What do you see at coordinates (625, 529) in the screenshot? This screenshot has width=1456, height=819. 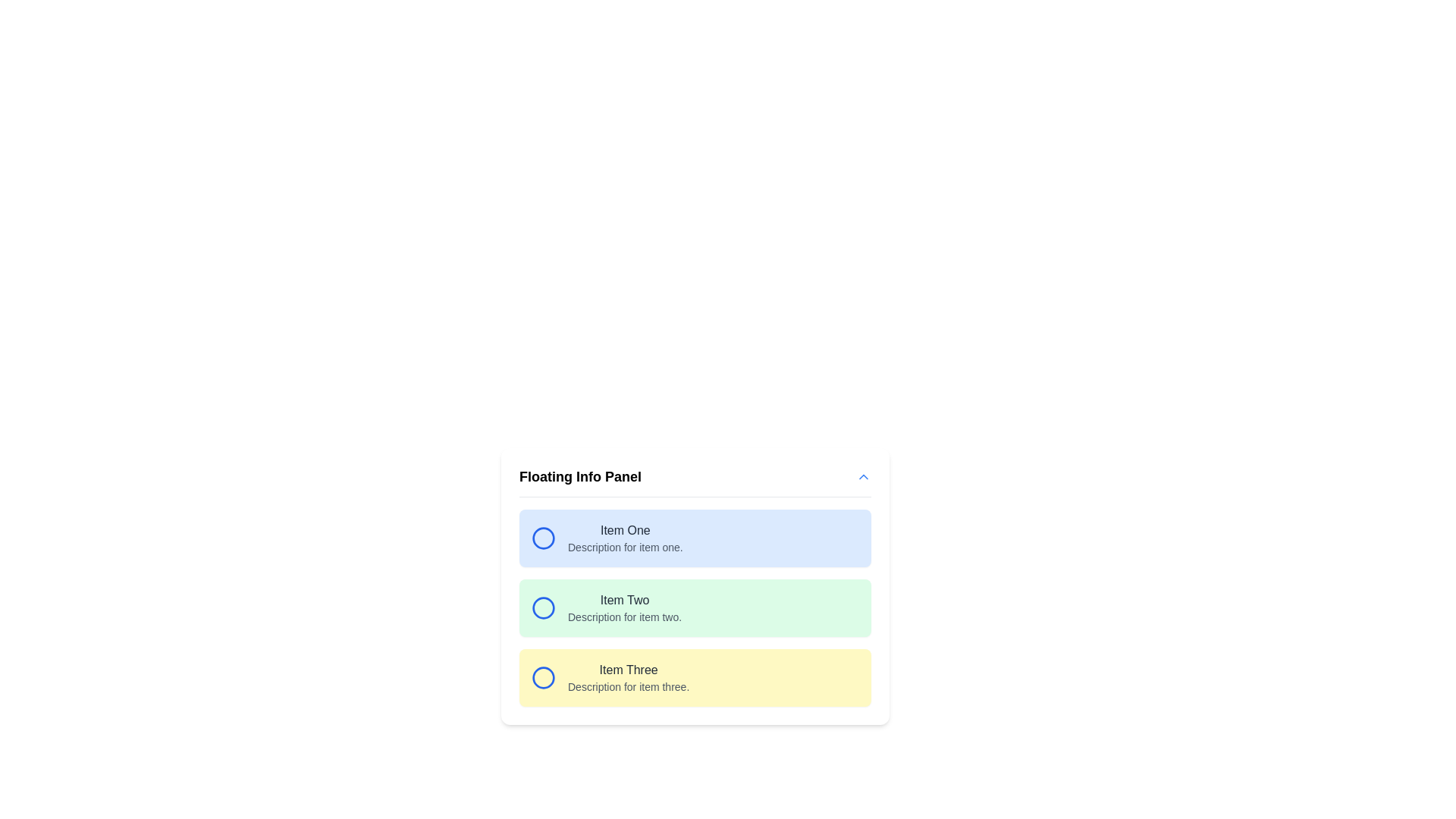 I see `the text label displaying 'Item One' located in the first item block of the floating info panel with a gray color and medium font weight` at bounding box center [625, 529].